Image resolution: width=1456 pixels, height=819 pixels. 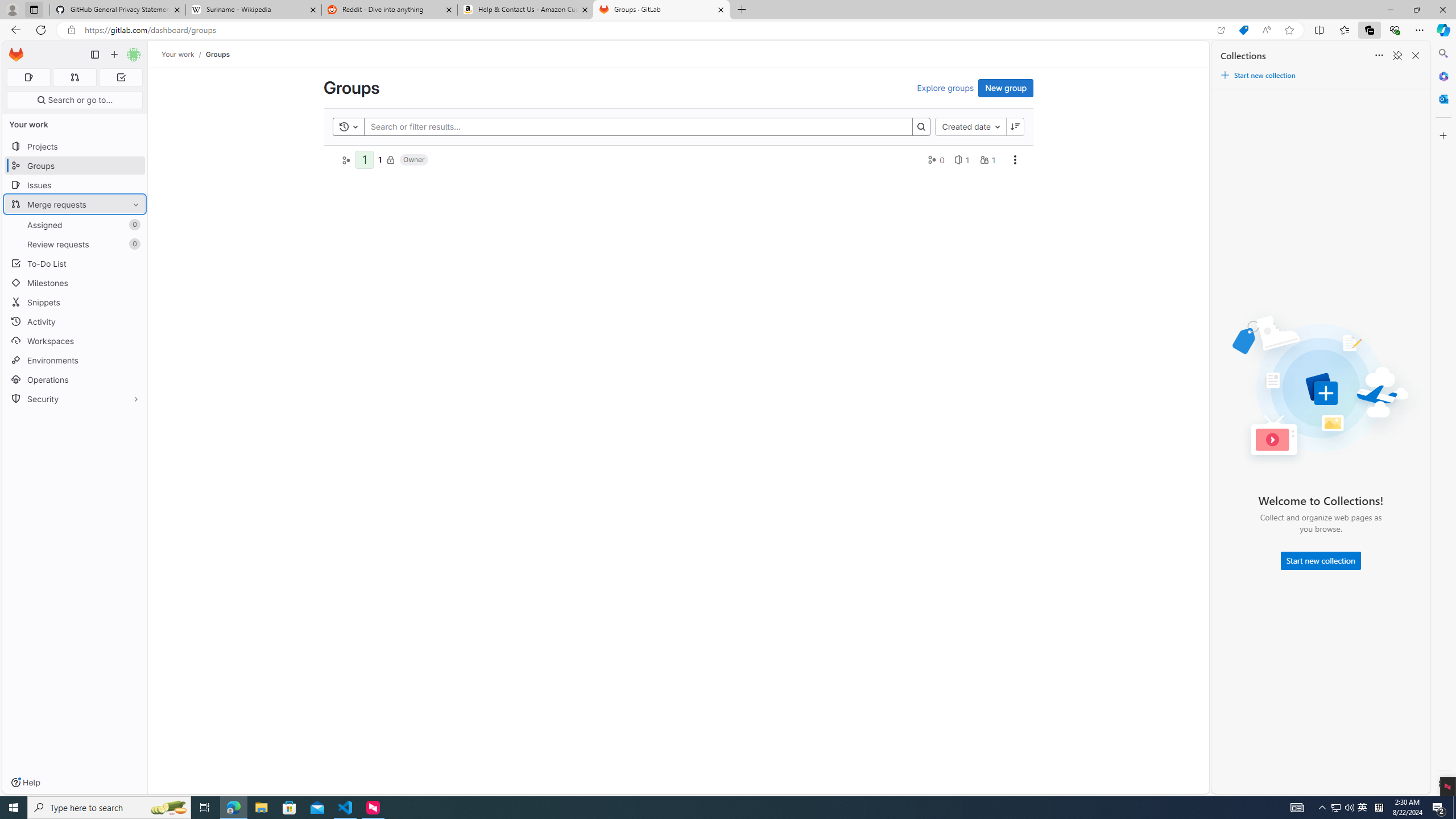 What do you see at coordinates (217, 54) in the screenshot?
I see `'Groups'` at bounding box center [217, 54].